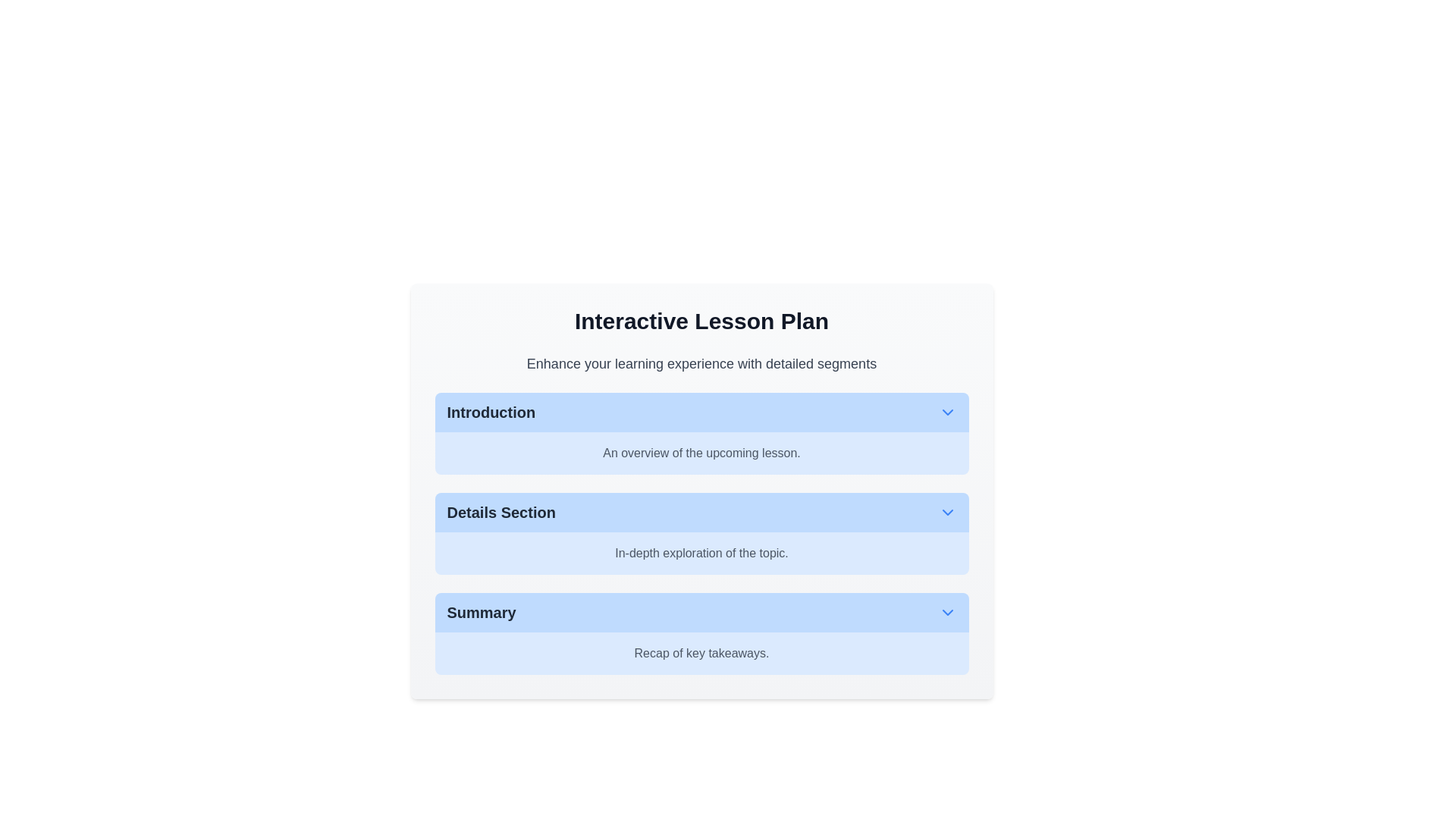  Describe the element at coordinates (701, 652) in the screenshot. I see `the text box that contains the text 'Recap of key takeaways.' with a light blue background, located in the 'Summary' section beneath the section header` at that location.